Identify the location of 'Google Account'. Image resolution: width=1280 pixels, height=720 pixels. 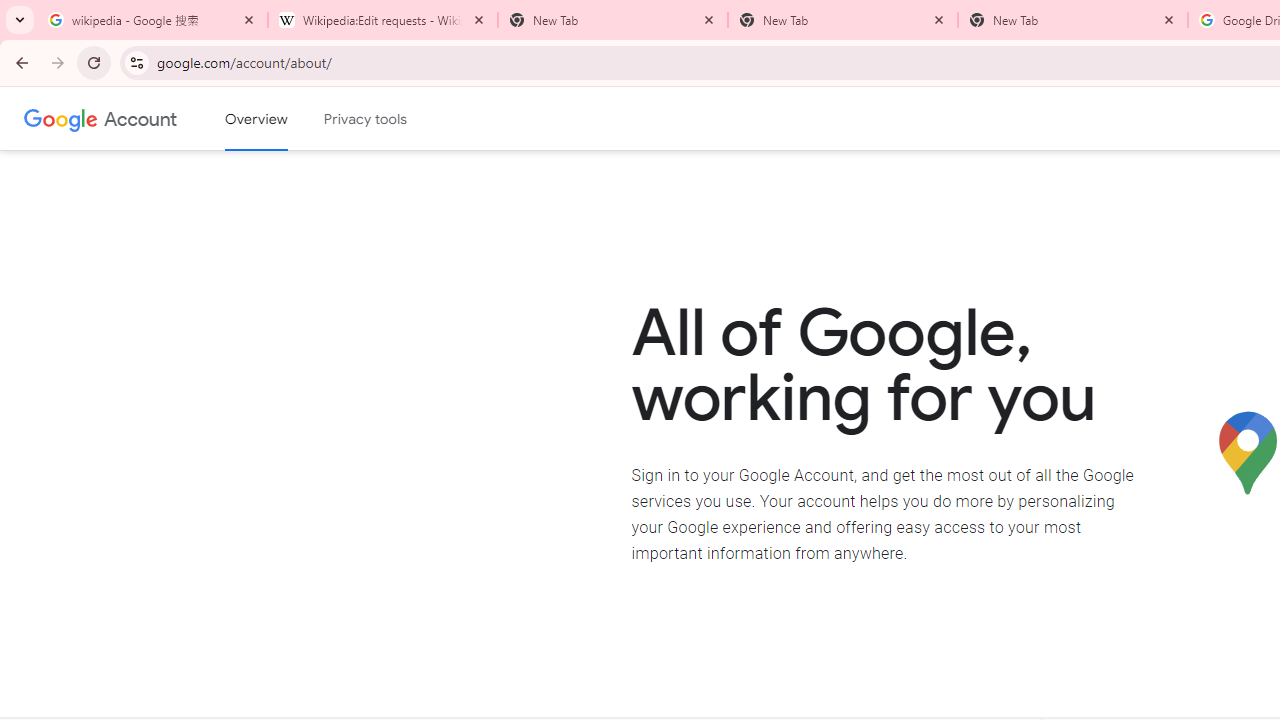
(139, 118).